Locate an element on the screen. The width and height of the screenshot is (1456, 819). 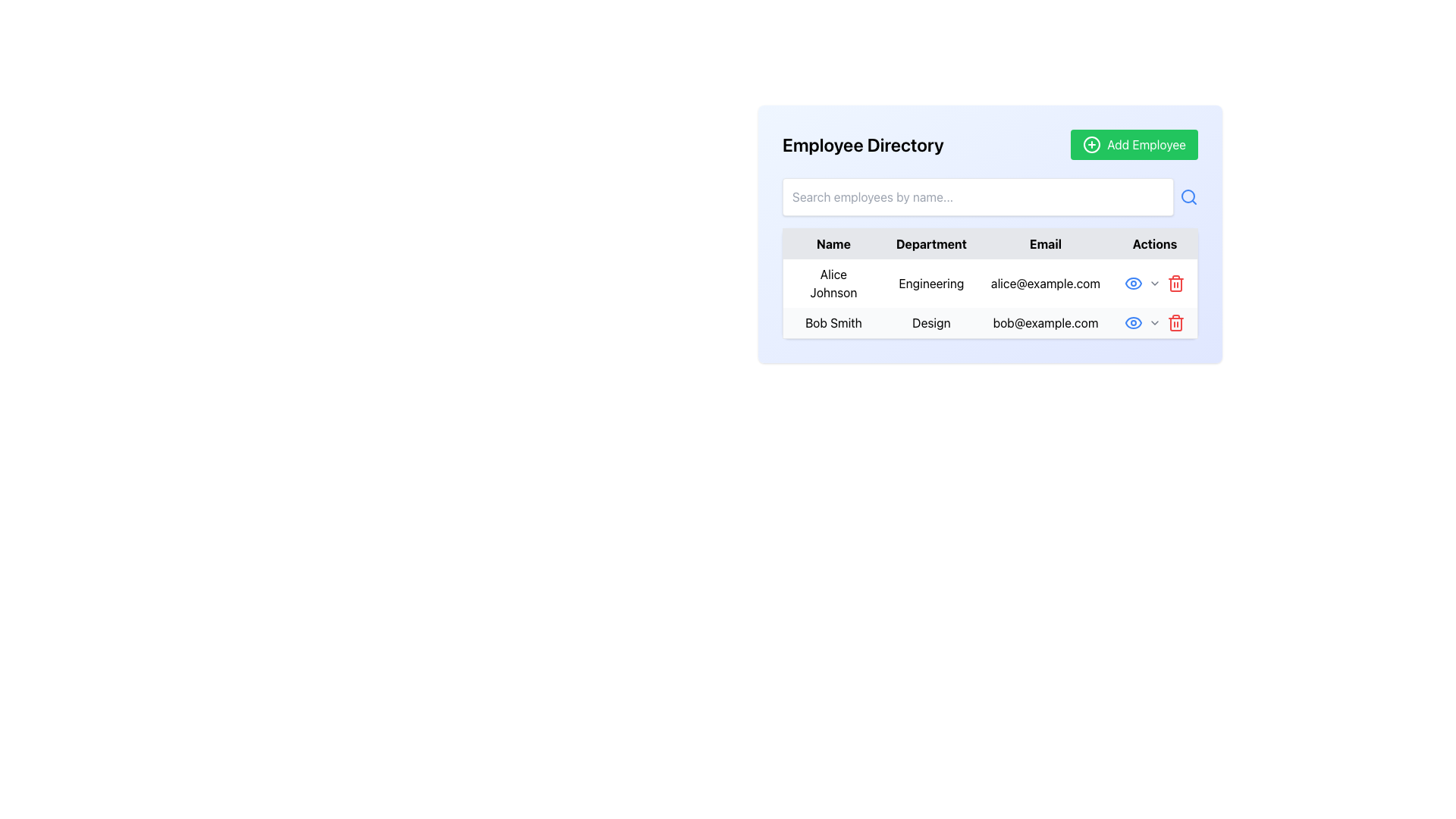
the arrow icon located as the second item among the action icons in the 'Actions' column of the second row in the table is located at coordinates (1153, 284).